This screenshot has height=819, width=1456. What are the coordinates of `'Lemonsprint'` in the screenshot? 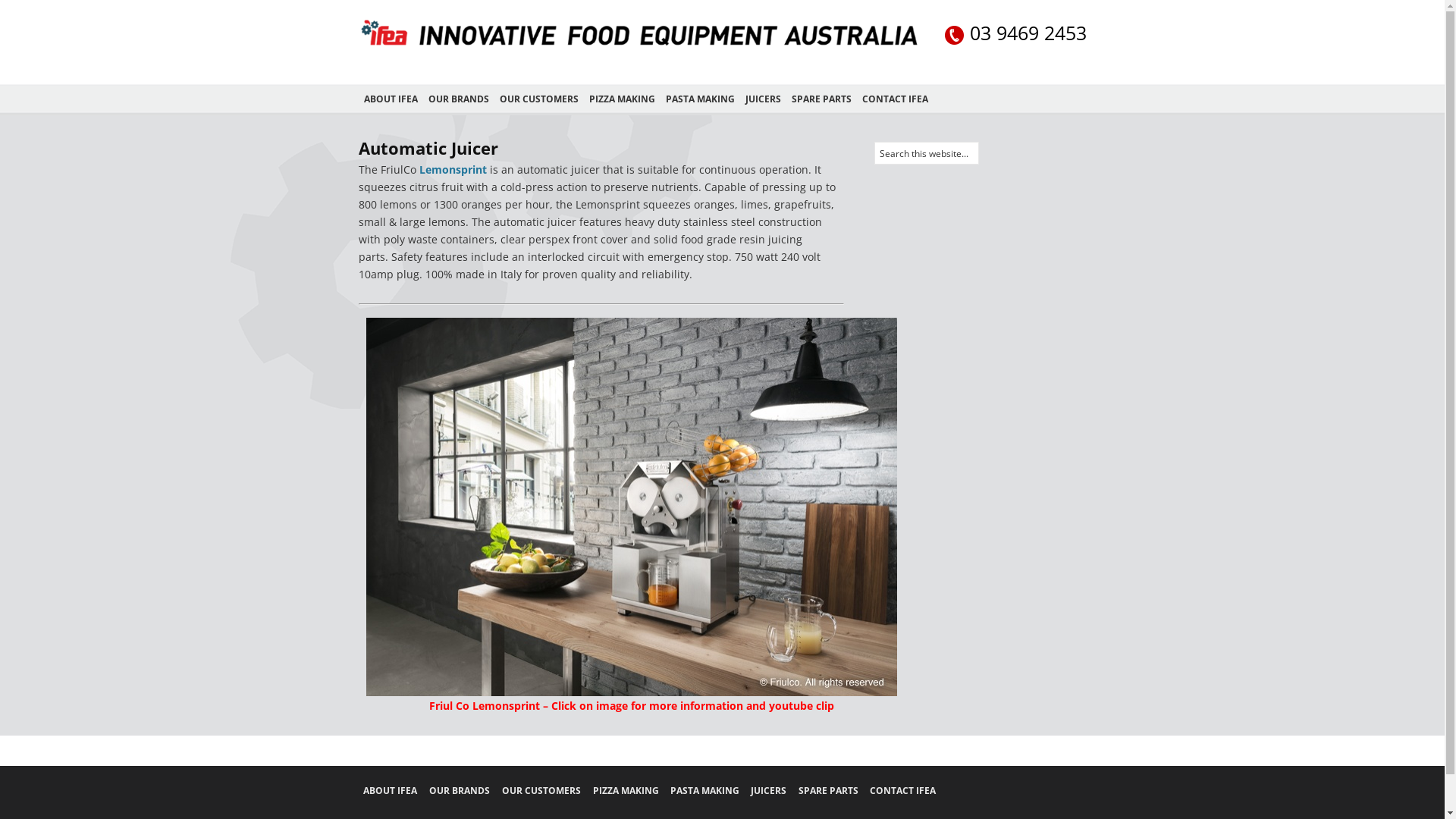 It's located at (451, 169).